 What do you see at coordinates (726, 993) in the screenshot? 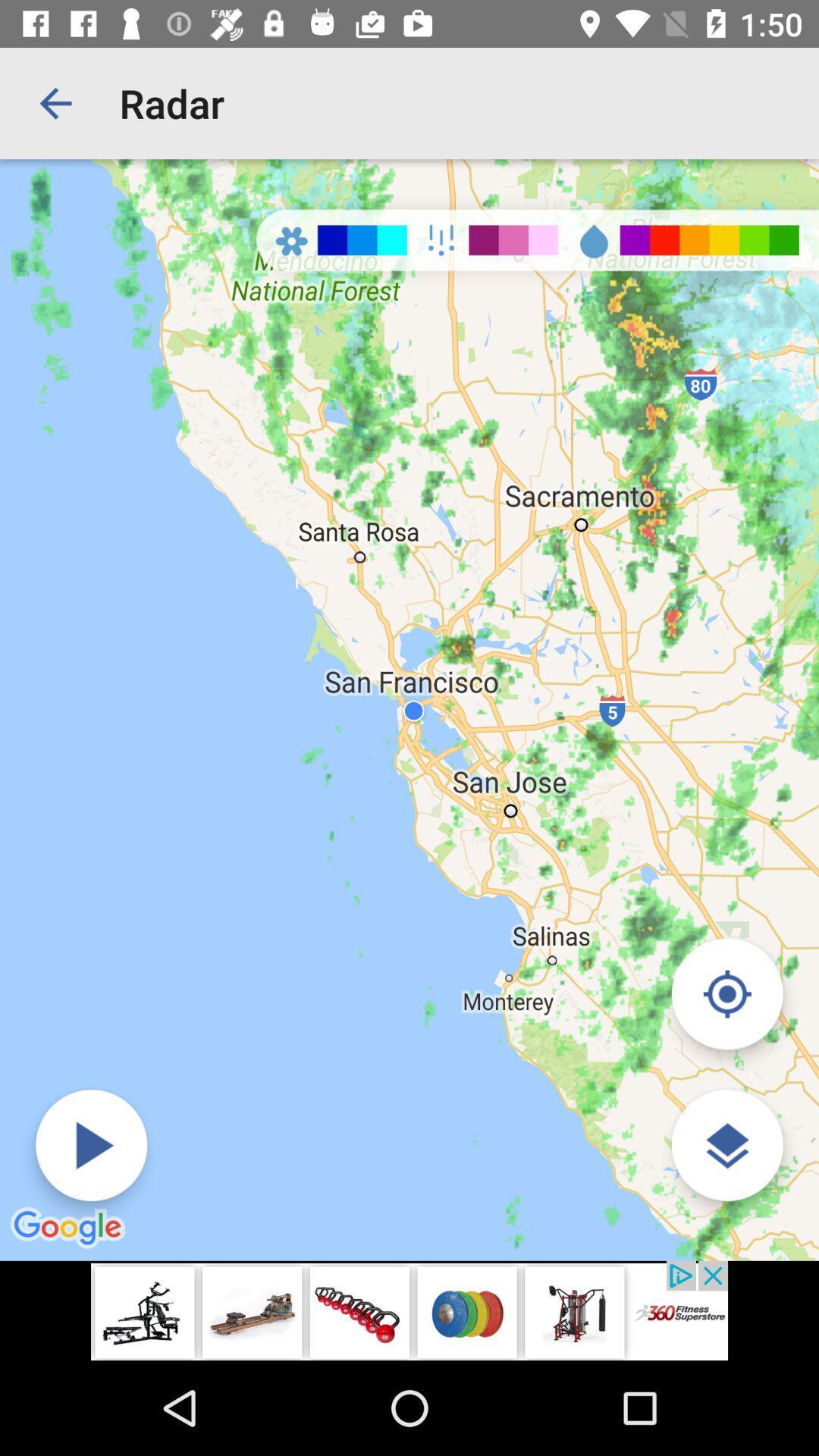
I see `my location` at bounding box center [726, 993].